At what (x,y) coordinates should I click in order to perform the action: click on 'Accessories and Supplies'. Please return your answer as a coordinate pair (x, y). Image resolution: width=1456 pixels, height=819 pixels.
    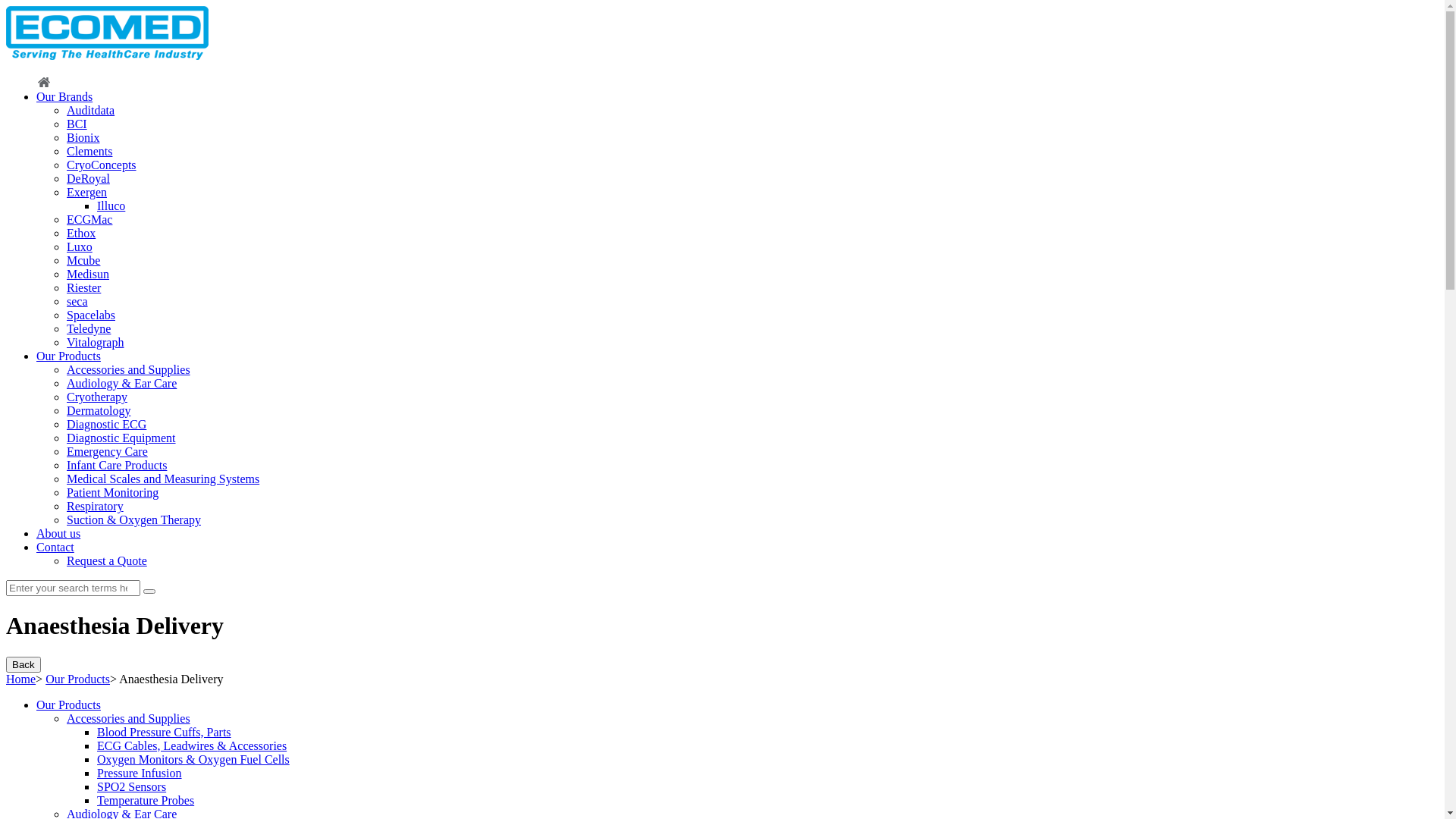
    Looking at the image, I should click on (128, 369).